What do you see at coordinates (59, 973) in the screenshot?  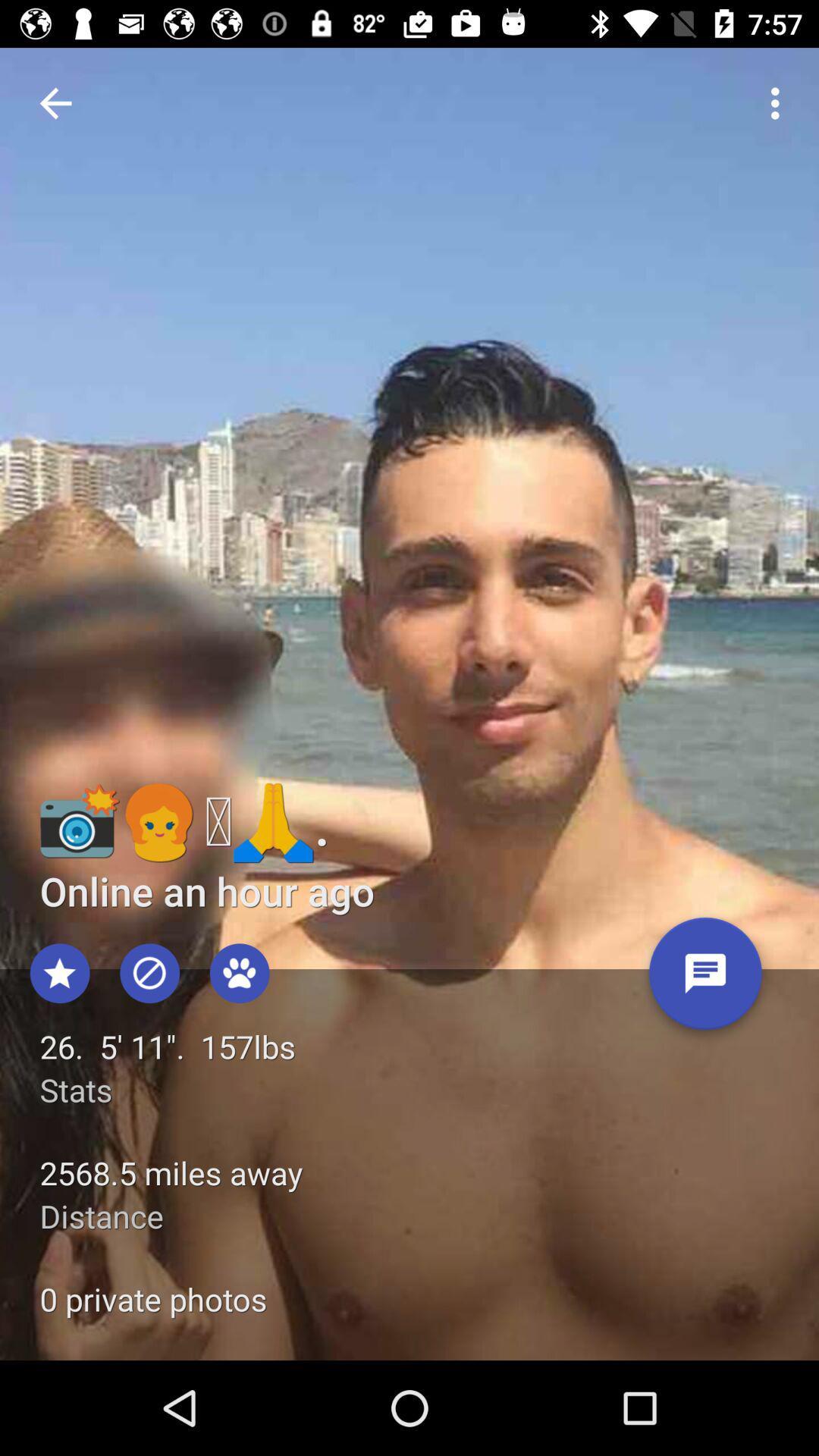 I see `the star icon` at bounding box center [59, 973].